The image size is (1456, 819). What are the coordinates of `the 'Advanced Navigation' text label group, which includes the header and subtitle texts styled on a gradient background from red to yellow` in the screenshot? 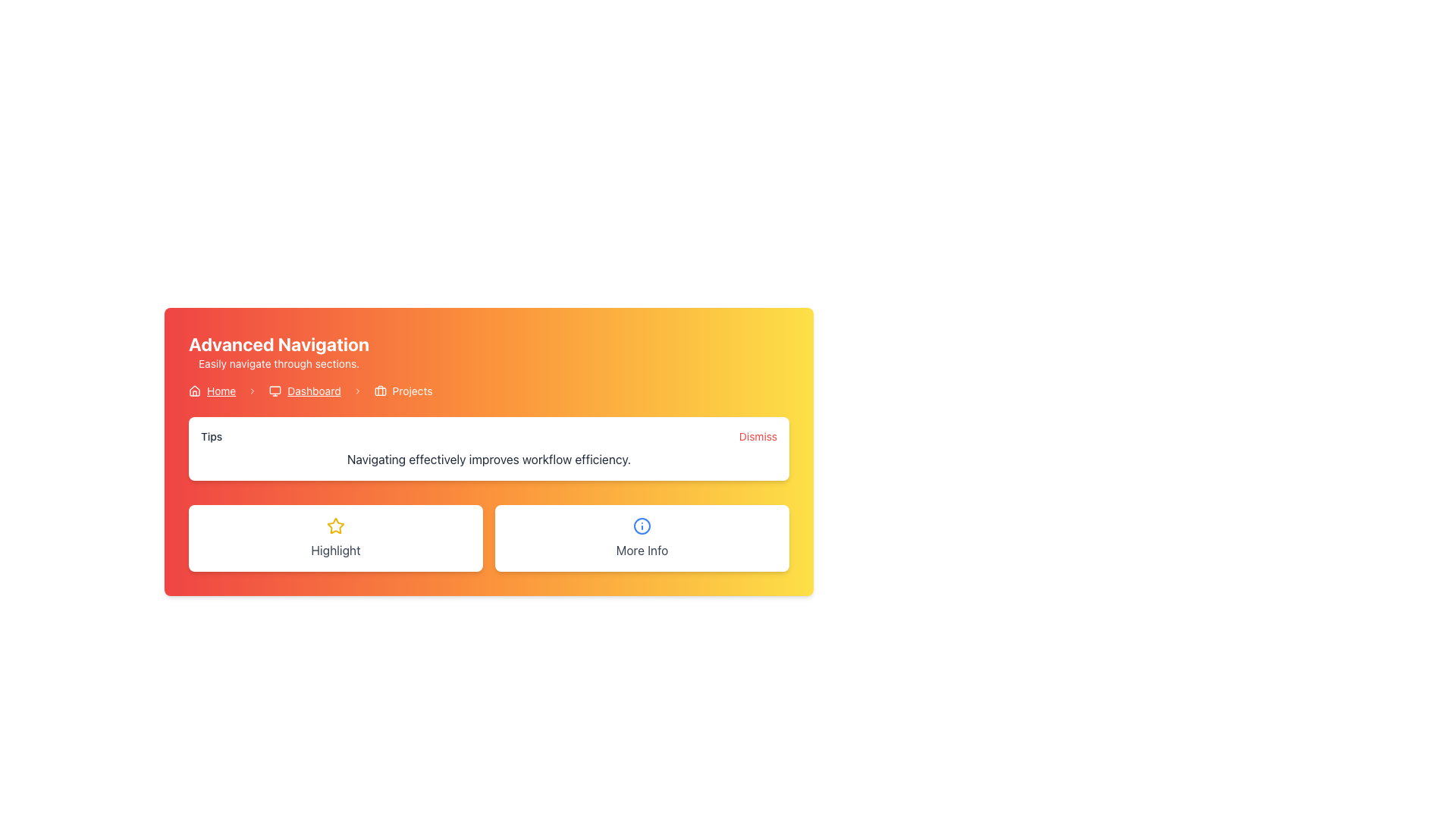 It's located at (279, 351).